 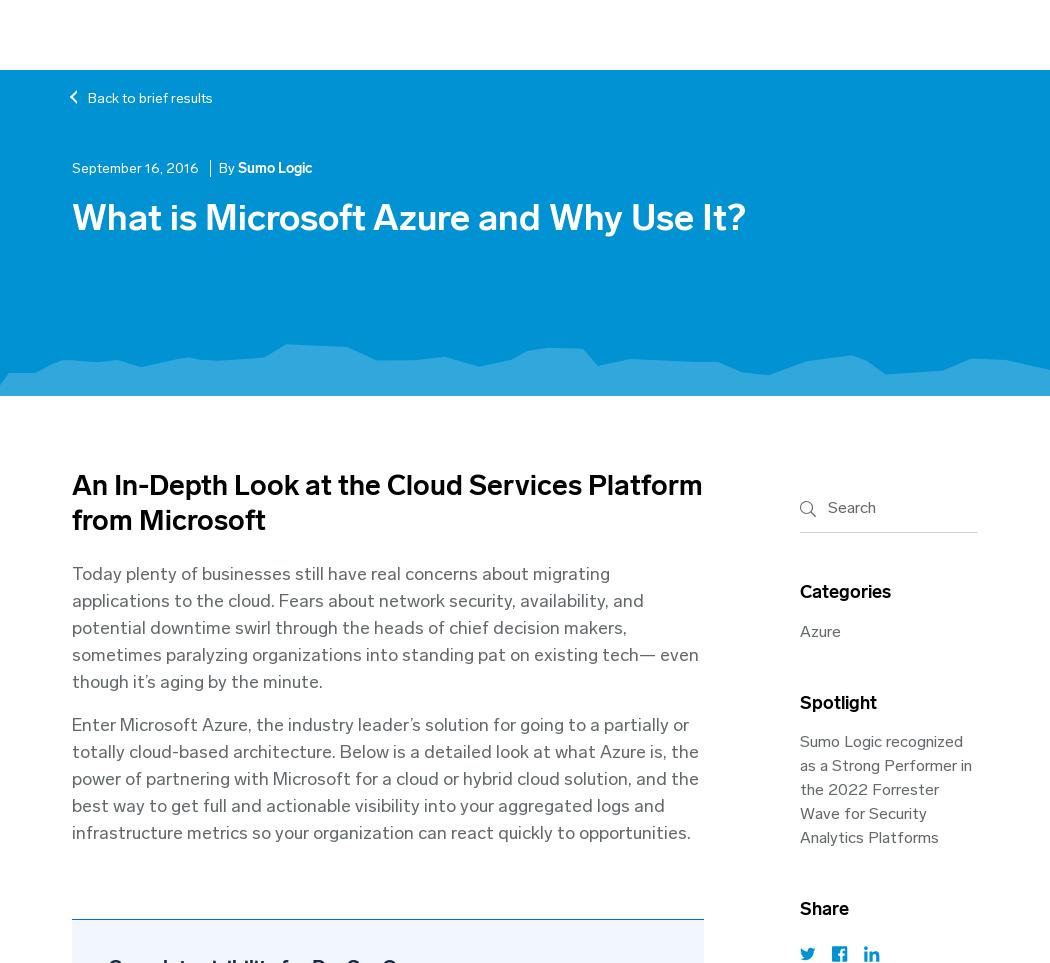 I want to click on 'DevOps & IT Operations,', so click(x=195, y=490).